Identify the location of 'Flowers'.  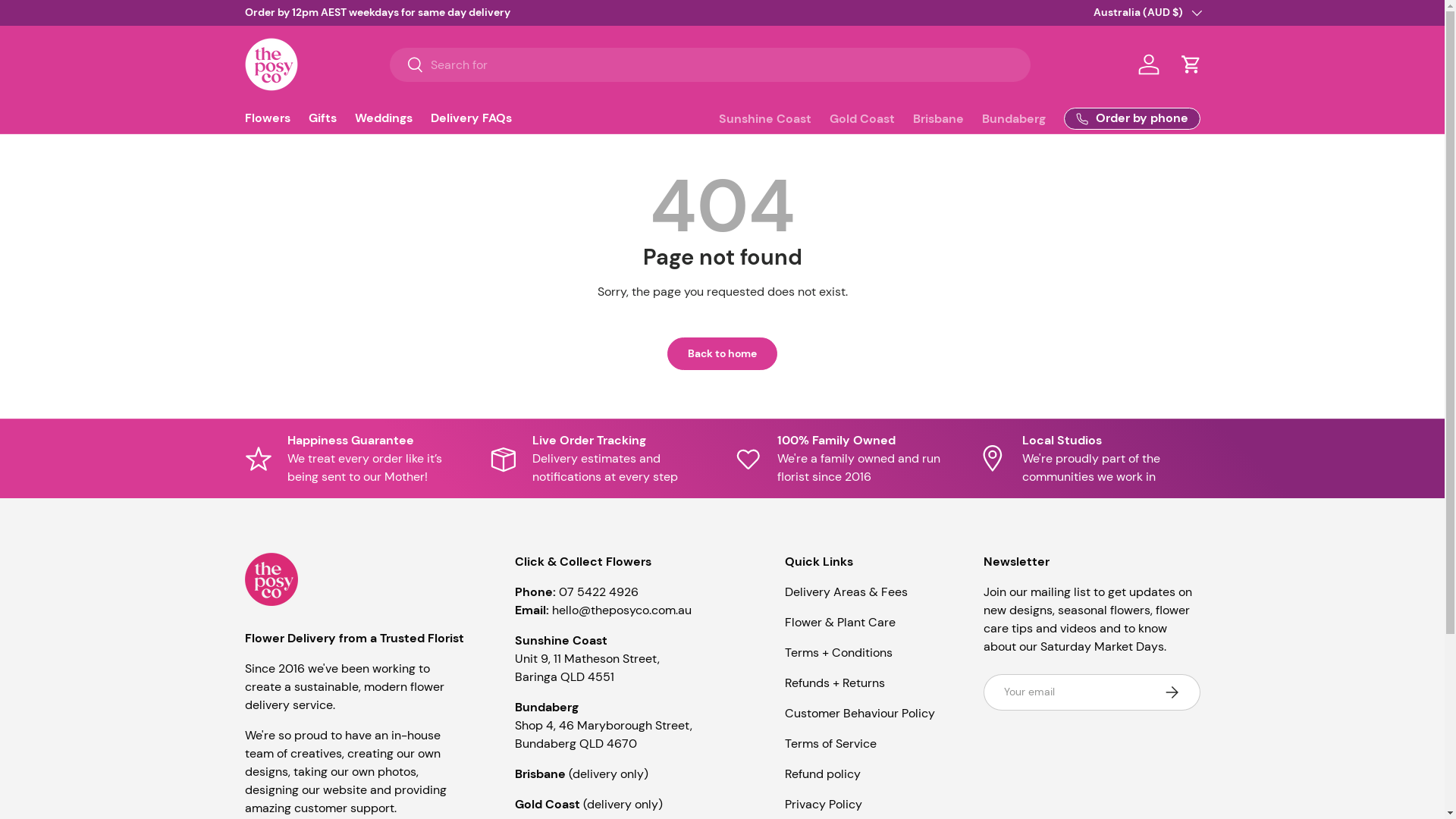
(243, 117).